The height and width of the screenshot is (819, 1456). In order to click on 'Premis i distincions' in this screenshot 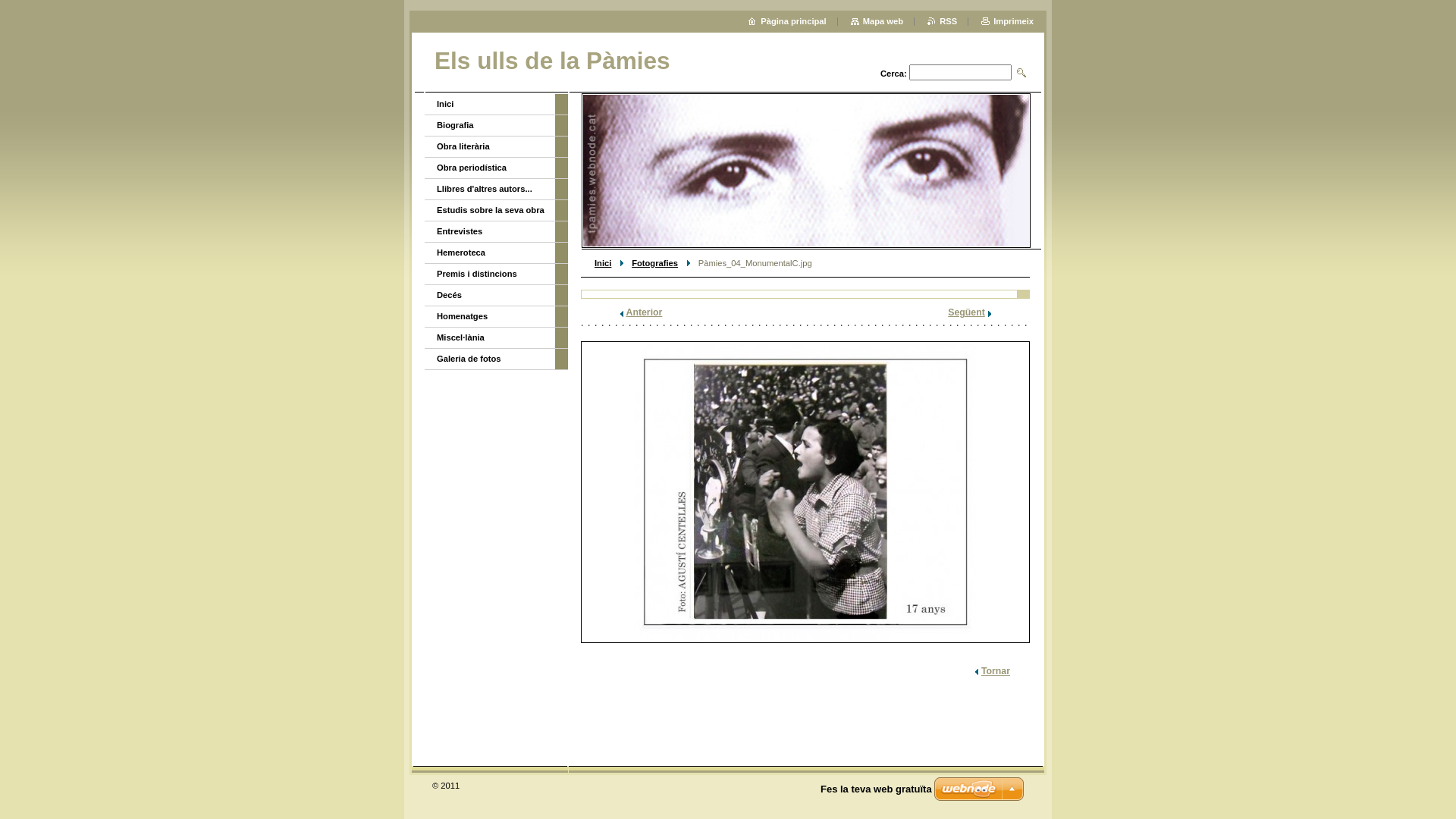, I will do `click(490, 274)`.